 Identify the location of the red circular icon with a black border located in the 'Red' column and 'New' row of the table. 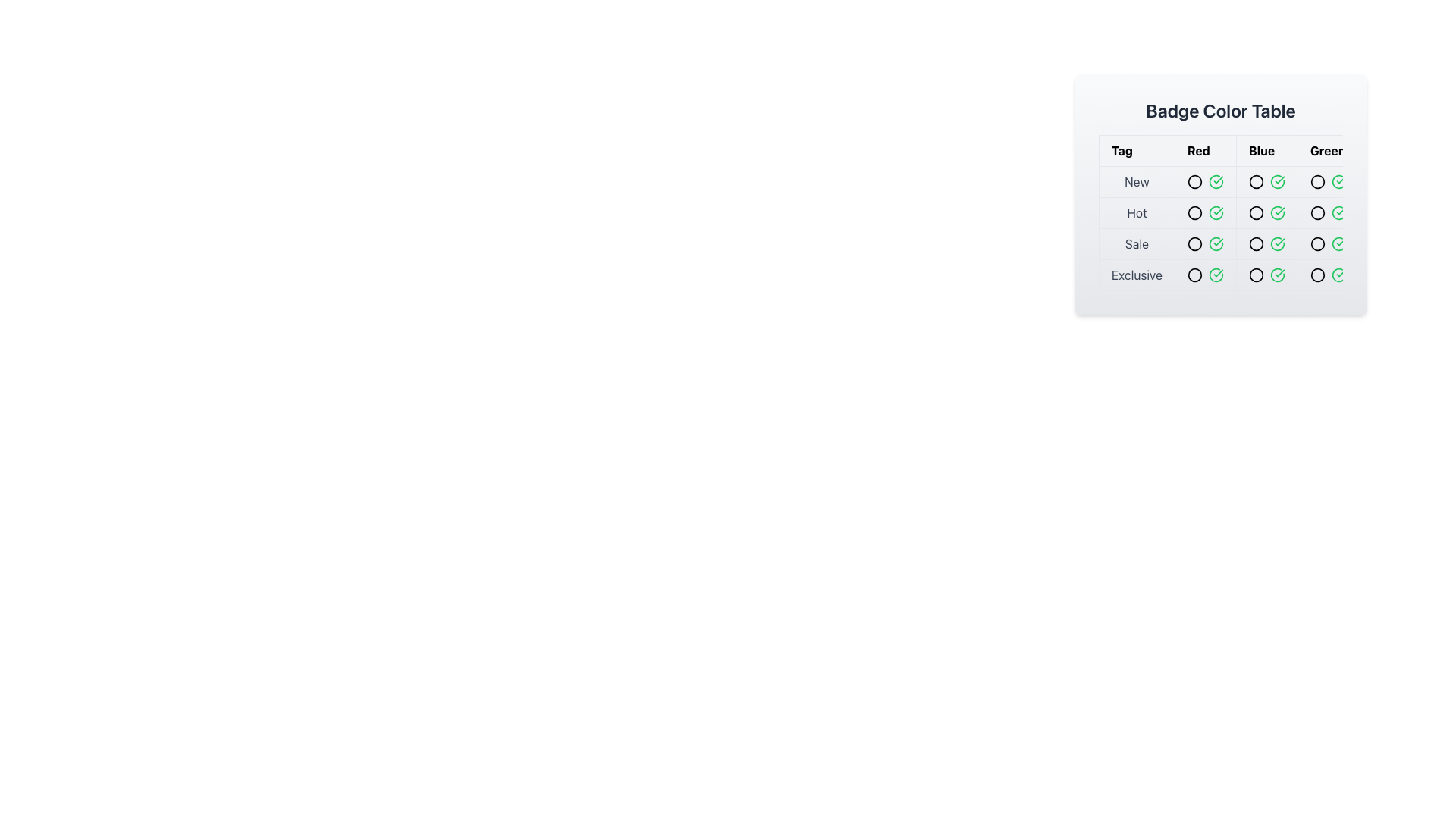
(1194, 180).